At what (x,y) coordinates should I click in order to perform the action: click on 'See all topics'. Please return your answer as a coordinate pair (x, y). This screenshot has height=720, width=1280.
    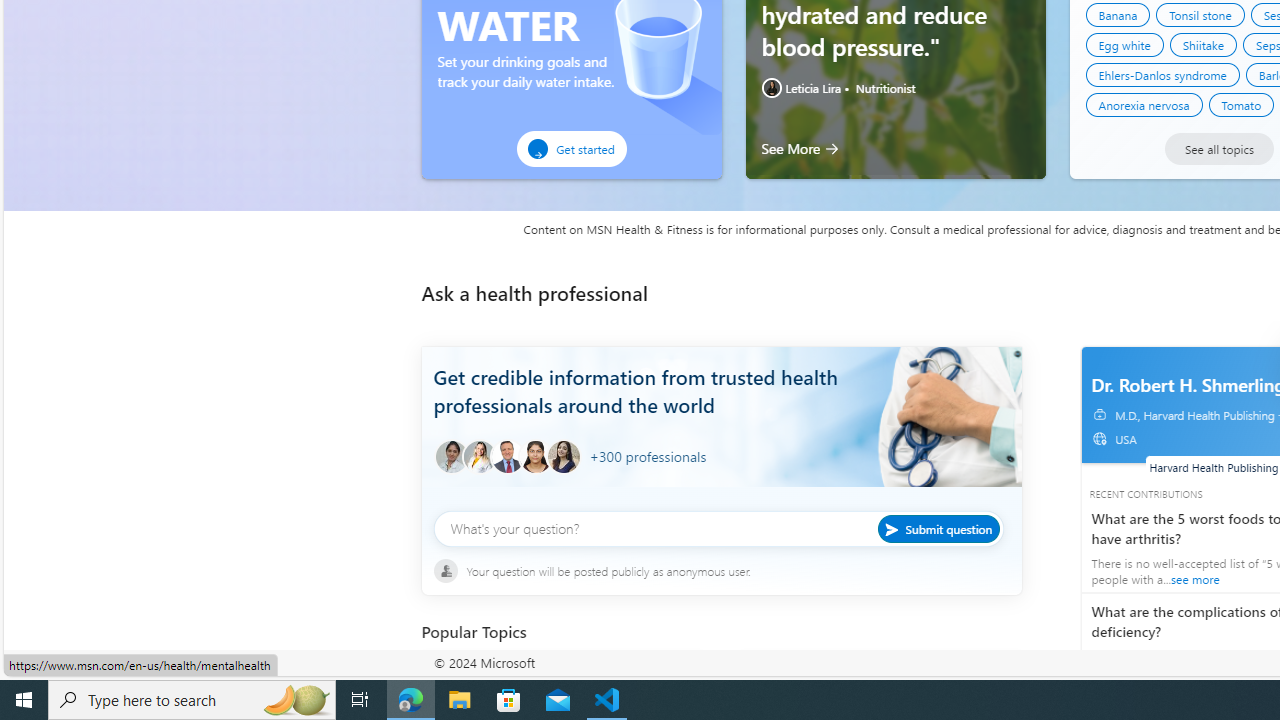
    Looking at the image, I should click on (1218, 148).